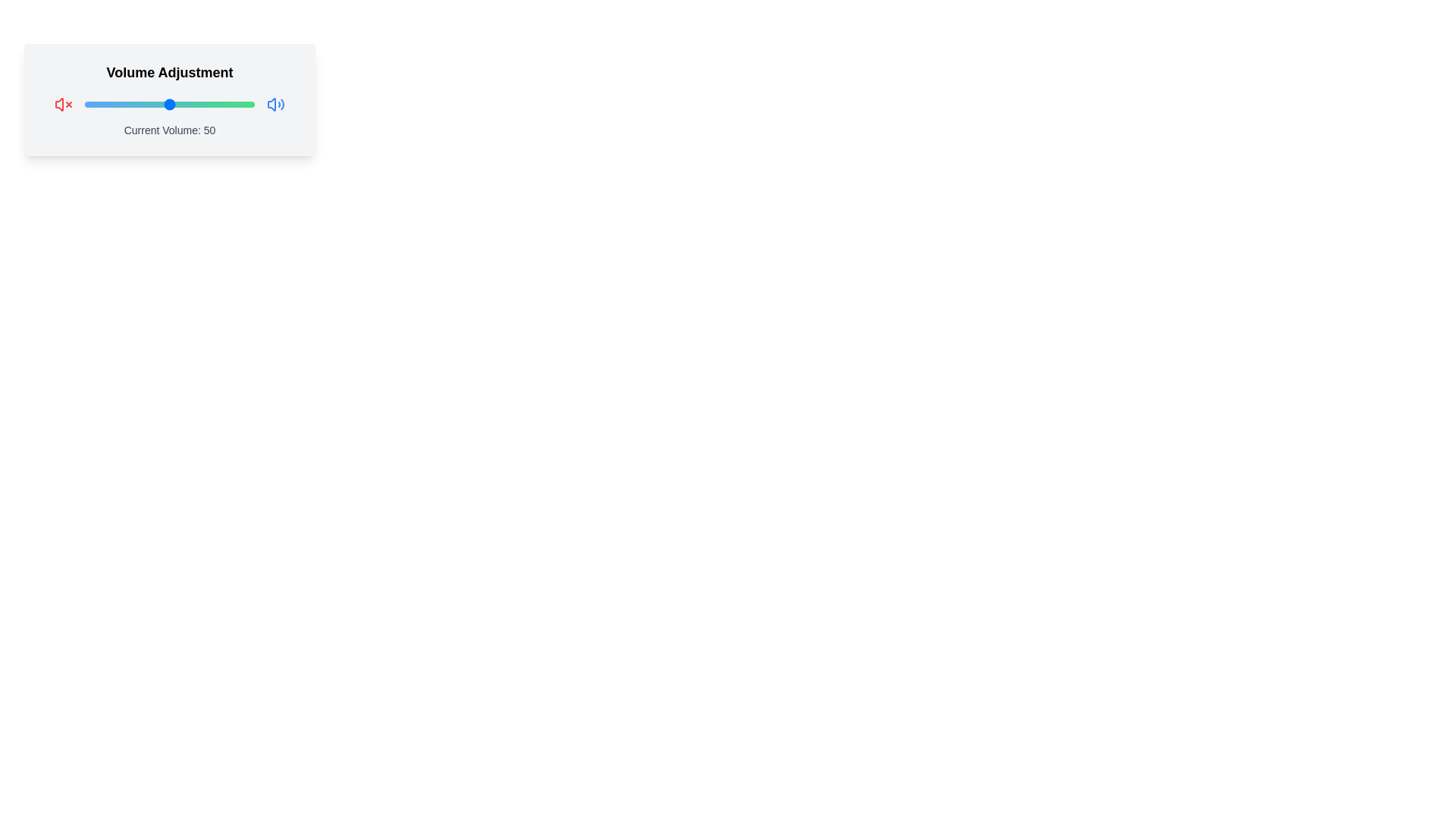  Describe the element at coordinates (211, 104) in the screenshot. I see `the slider to set the volume to 75` at that location.